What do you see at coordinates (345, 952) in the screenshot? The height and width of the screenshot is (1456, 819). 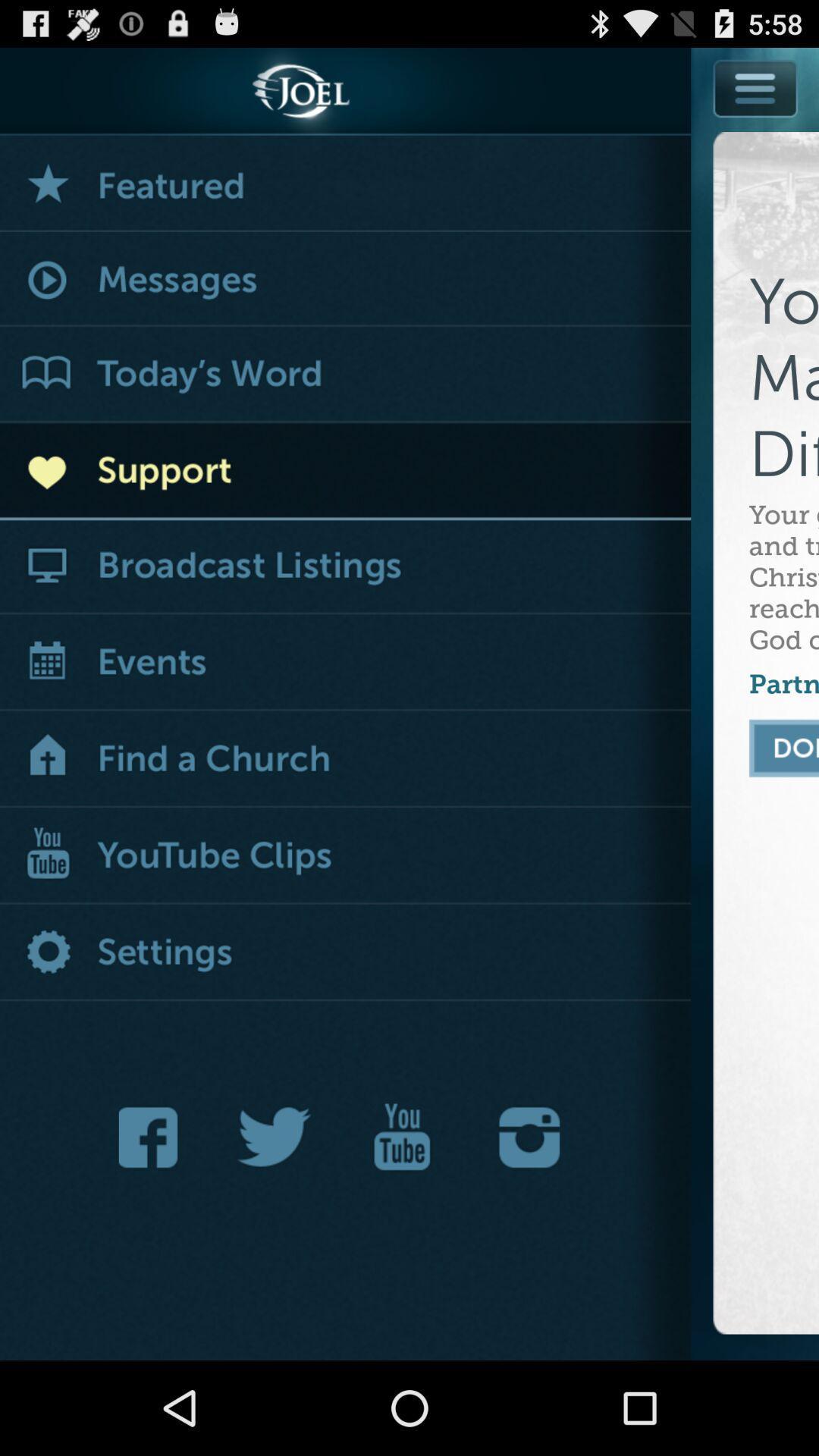 I see `settings button` at bounding box center [345, 952].